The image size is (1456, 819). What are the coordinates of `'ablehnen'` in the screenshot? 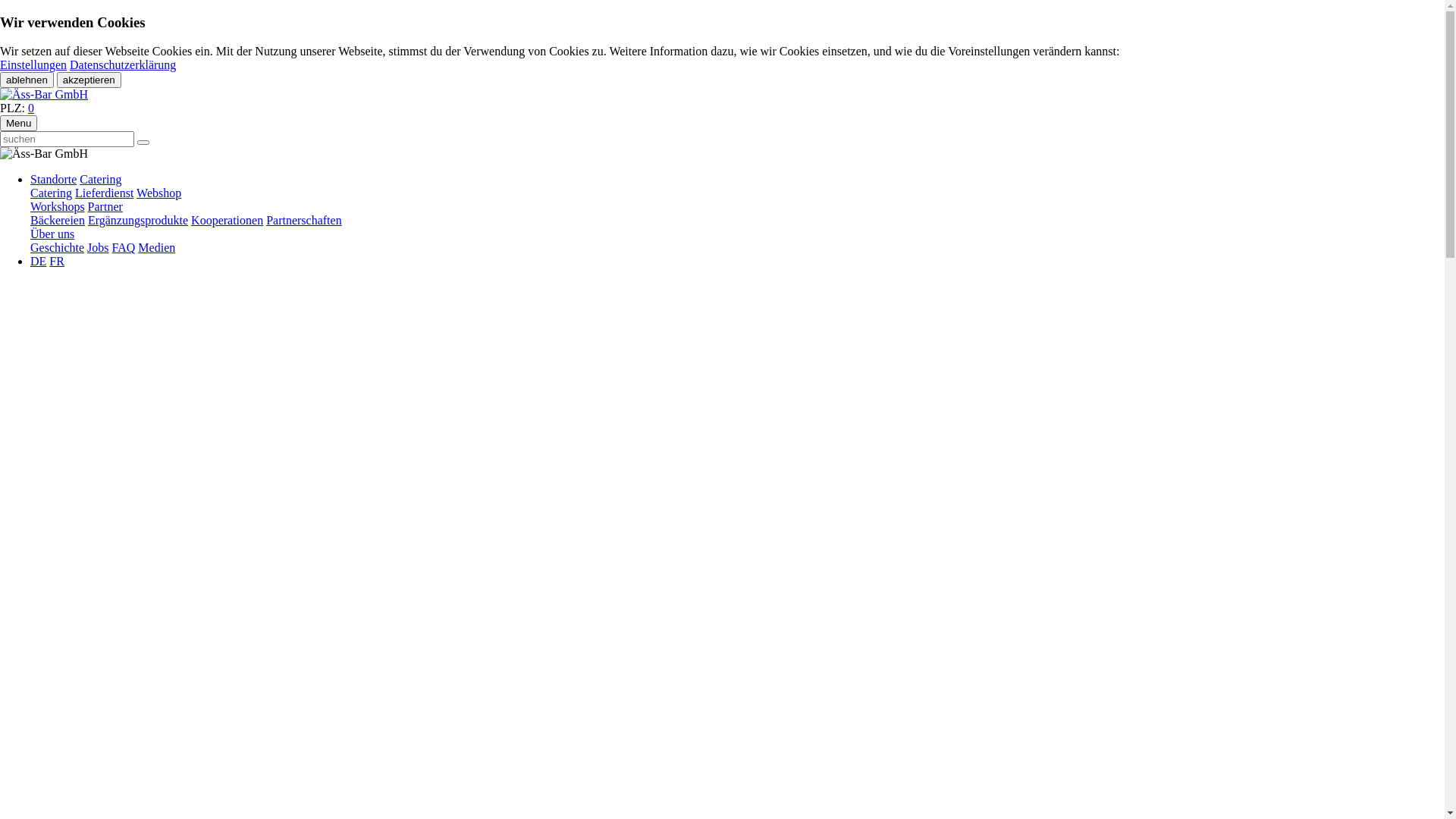 It's located at (27, 80).